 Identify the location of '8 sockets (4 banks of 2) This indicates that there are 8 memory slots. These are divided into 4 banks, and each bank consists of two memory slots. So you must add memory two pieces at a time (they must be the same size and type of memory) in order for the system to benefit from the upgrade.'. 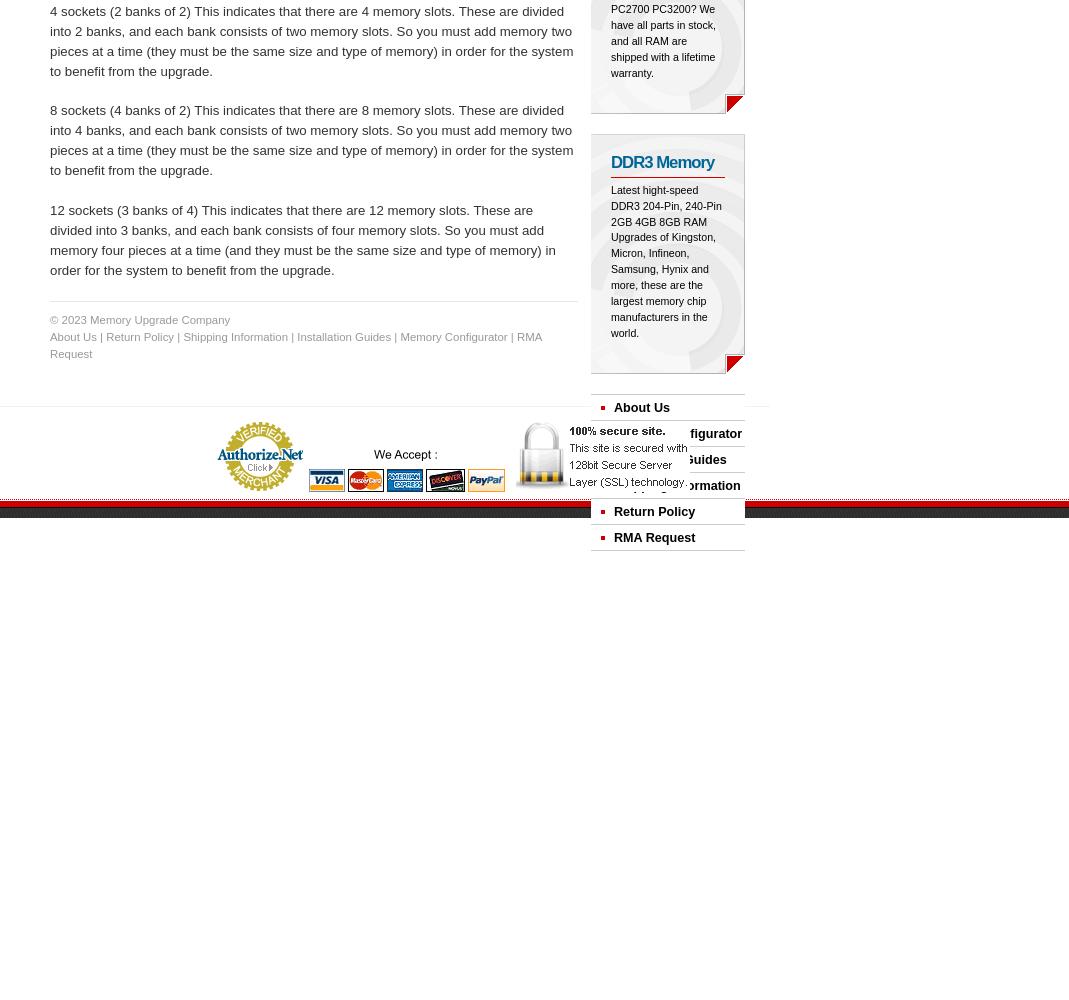
(310, 140).